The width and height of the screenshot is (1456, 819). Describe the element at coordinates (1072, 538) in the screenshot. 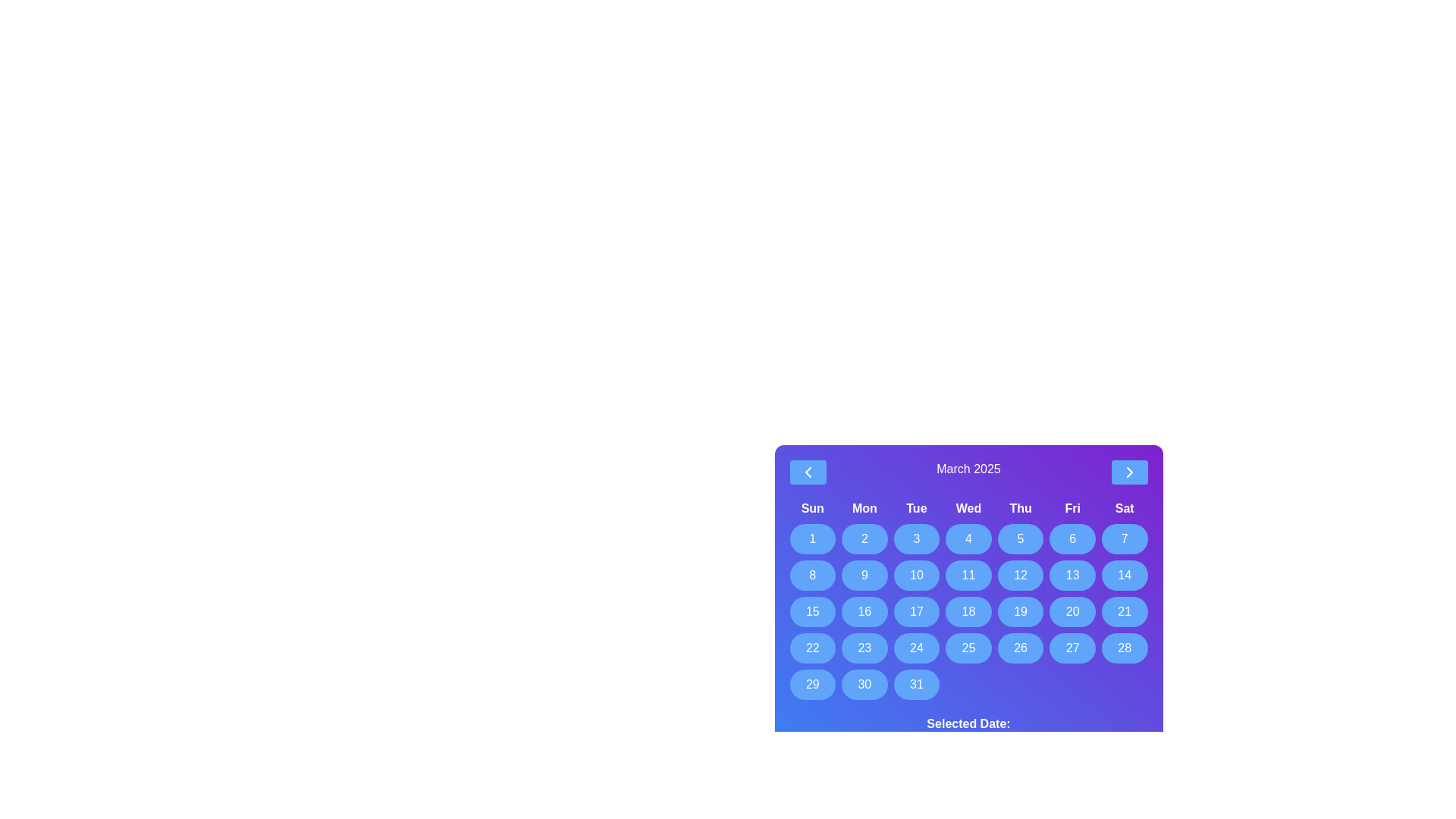

I see `the blue circular button with a white '6' in it, which represents Friday the 6th in the calendar layout, to change its background color` at that location.